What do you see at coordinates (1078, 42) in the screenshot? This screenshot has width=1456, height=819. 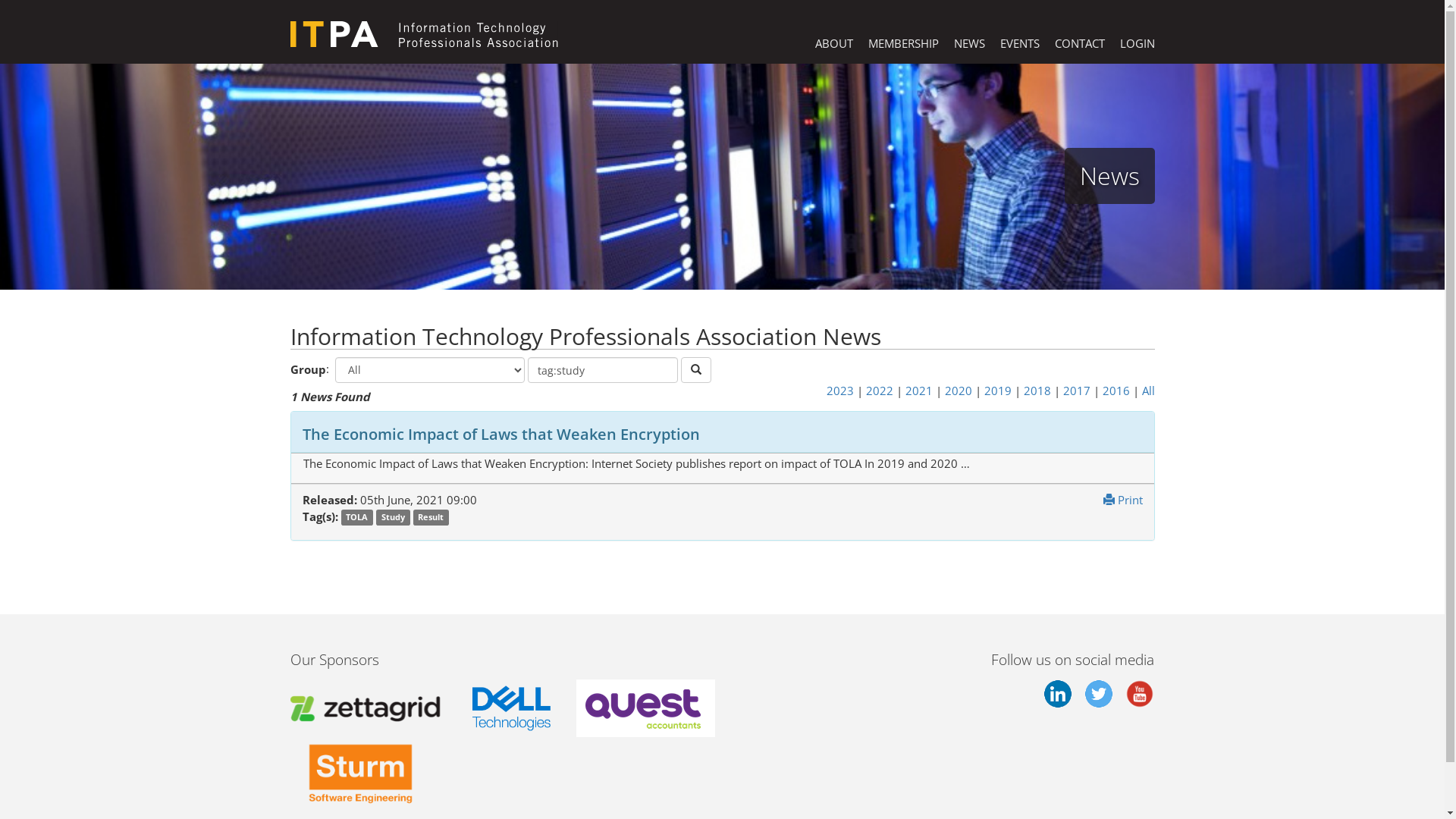 I see `'CONTACT'` at bounding box center [1078, 42].